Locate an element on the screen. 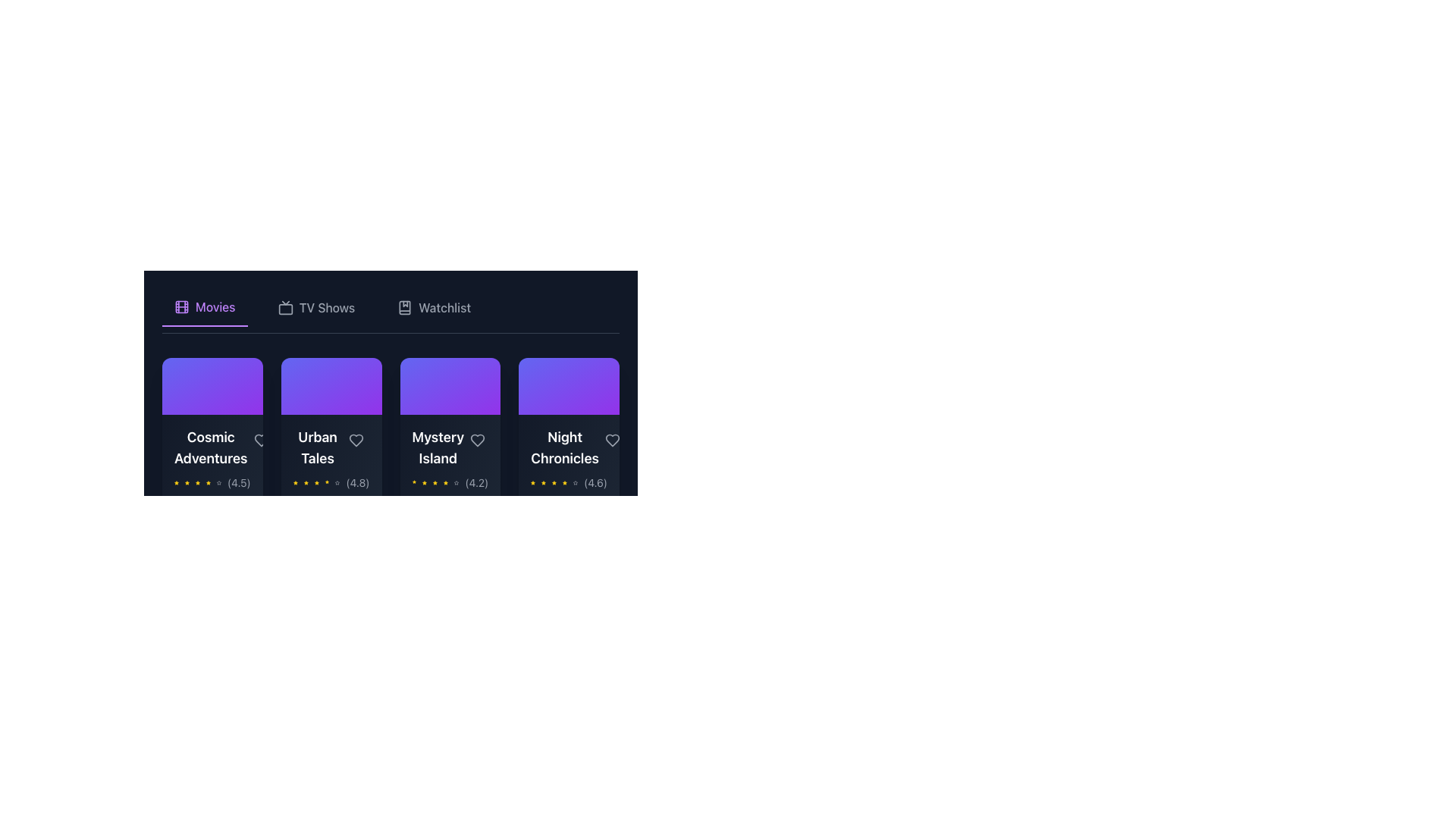  the decorative background of the first card in the Movies section, which features a gradient from indigo to purple is located at coordinates (212, 385).